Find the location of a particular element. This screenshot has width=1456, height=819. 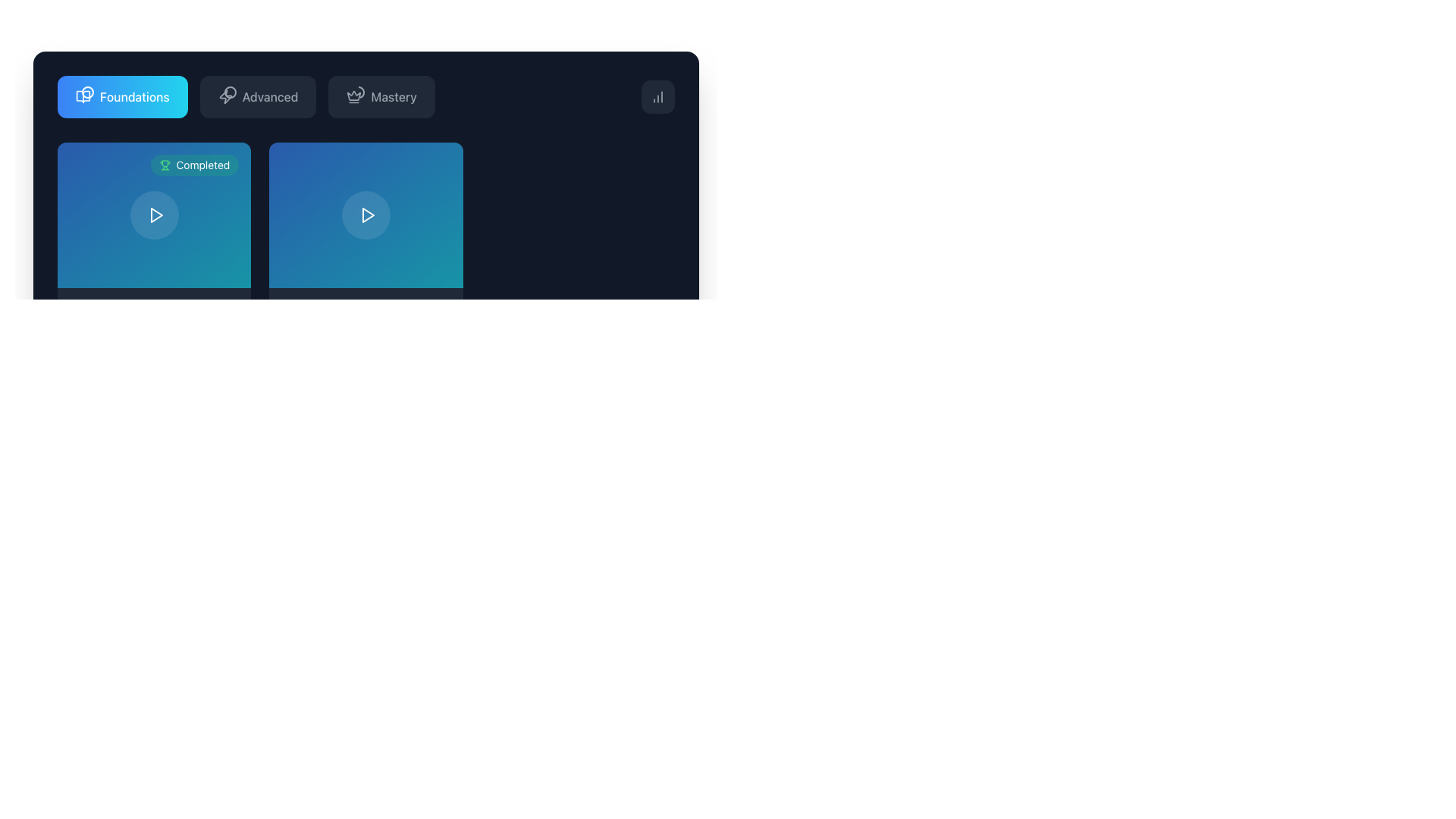

the 'Advanced' button icon, which is located near the left side of the 'Advanced' button that represents advanced capabilities is located at coordinates (224, 96).